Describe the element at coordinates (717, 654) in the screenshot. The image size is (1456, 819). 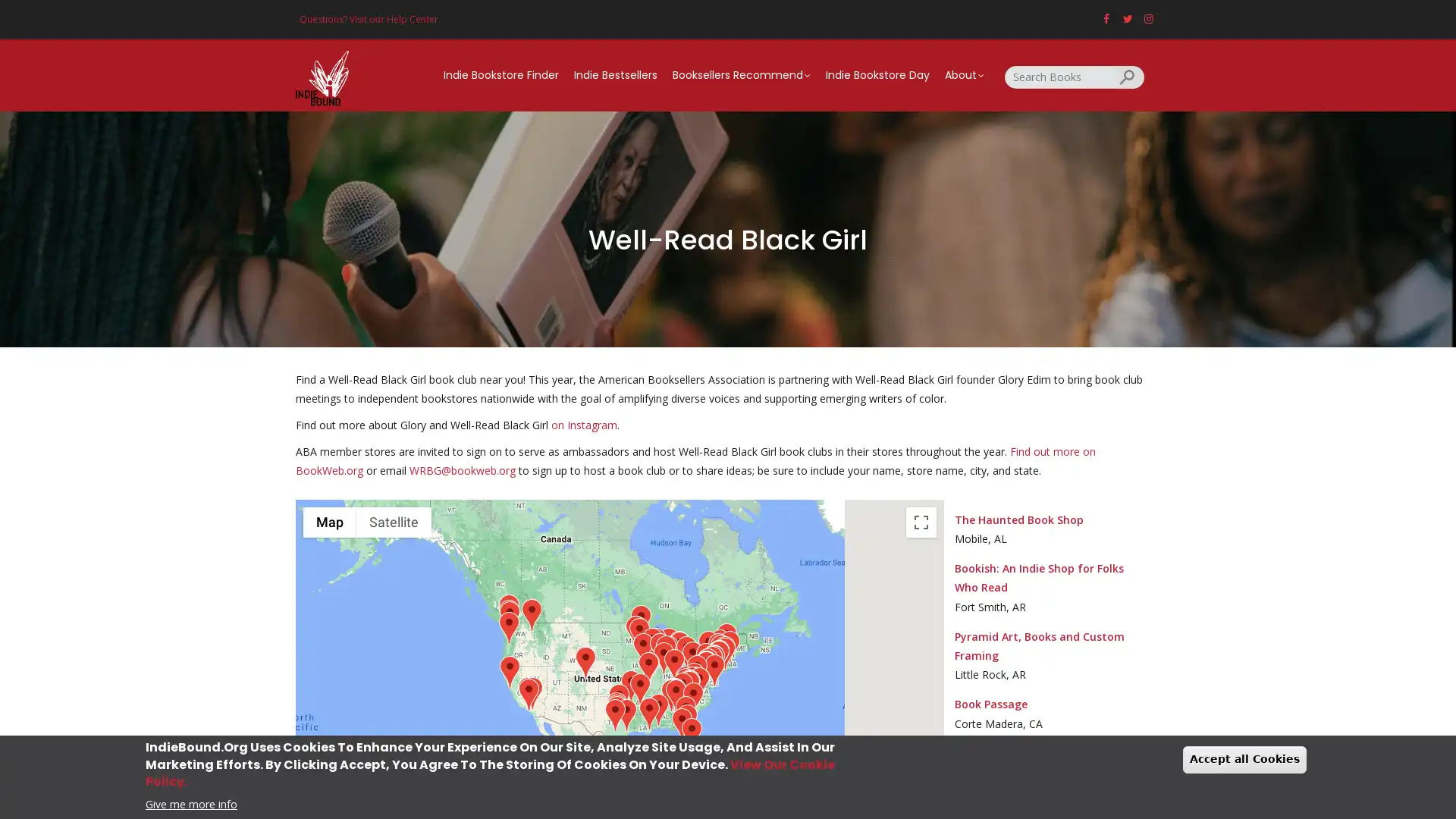
I see `Boogie Down Books` at that location.